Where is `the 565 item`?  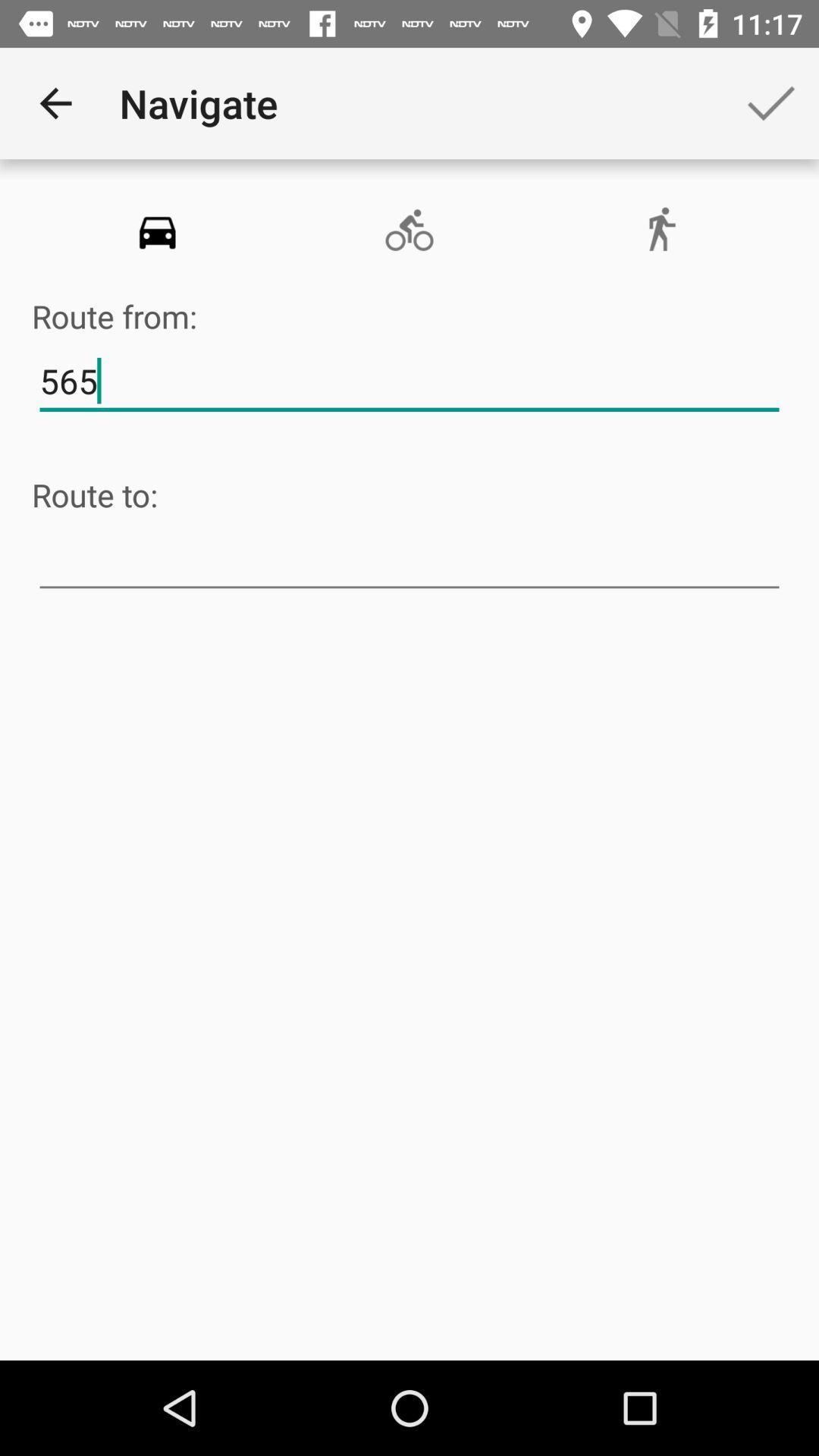 the 565 item is located at coordinates (409, 381).